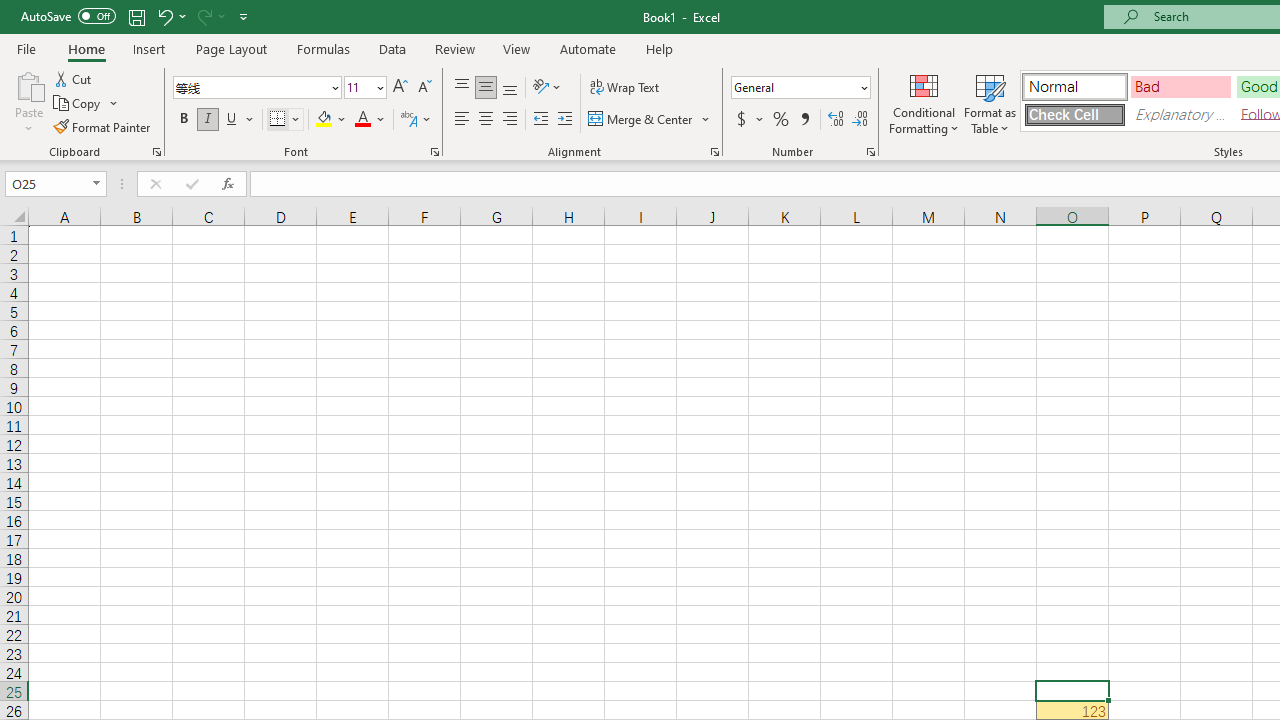 The height and width of the screenshot is (720, 1280). I want to click on 'Copy', so click(85, 103).